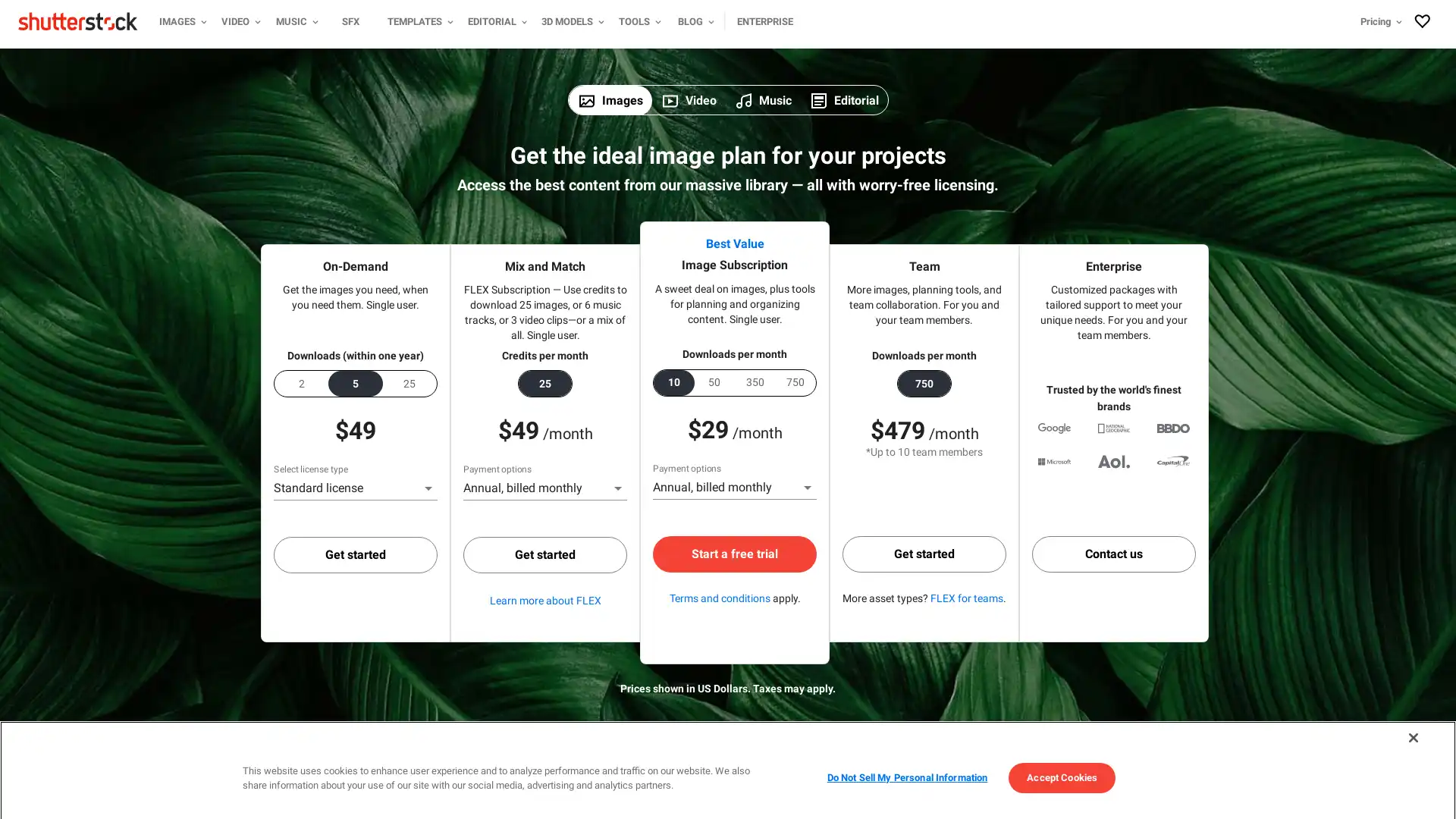 Image resolution: width=1456 pixels, height=819 pixels. I want to click on Templates, so click(418, 20).